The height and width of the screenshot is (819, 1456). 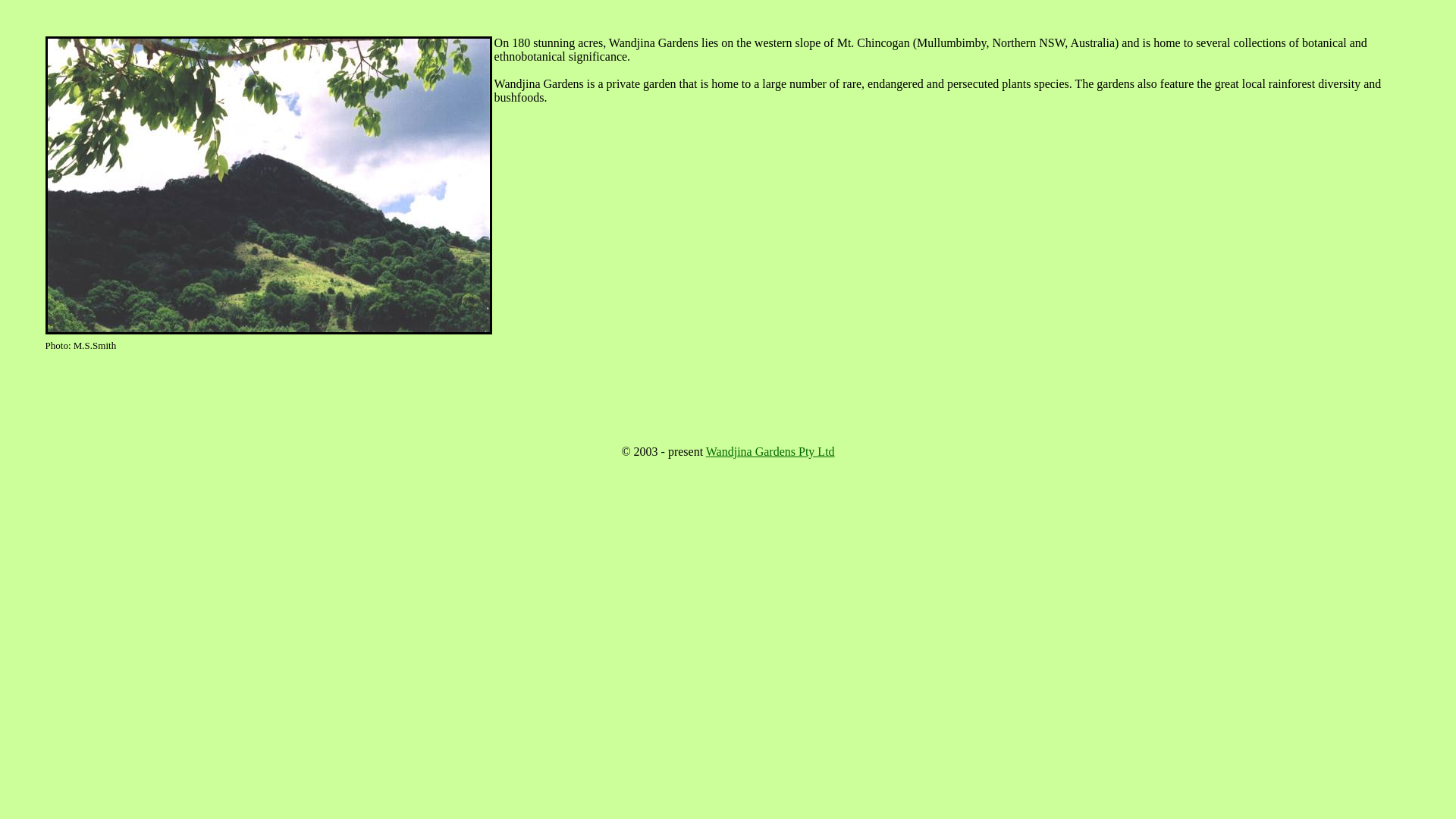 I want to click on 'Wandjina Gardens Pty Ltd', so click(x=770, y=450).